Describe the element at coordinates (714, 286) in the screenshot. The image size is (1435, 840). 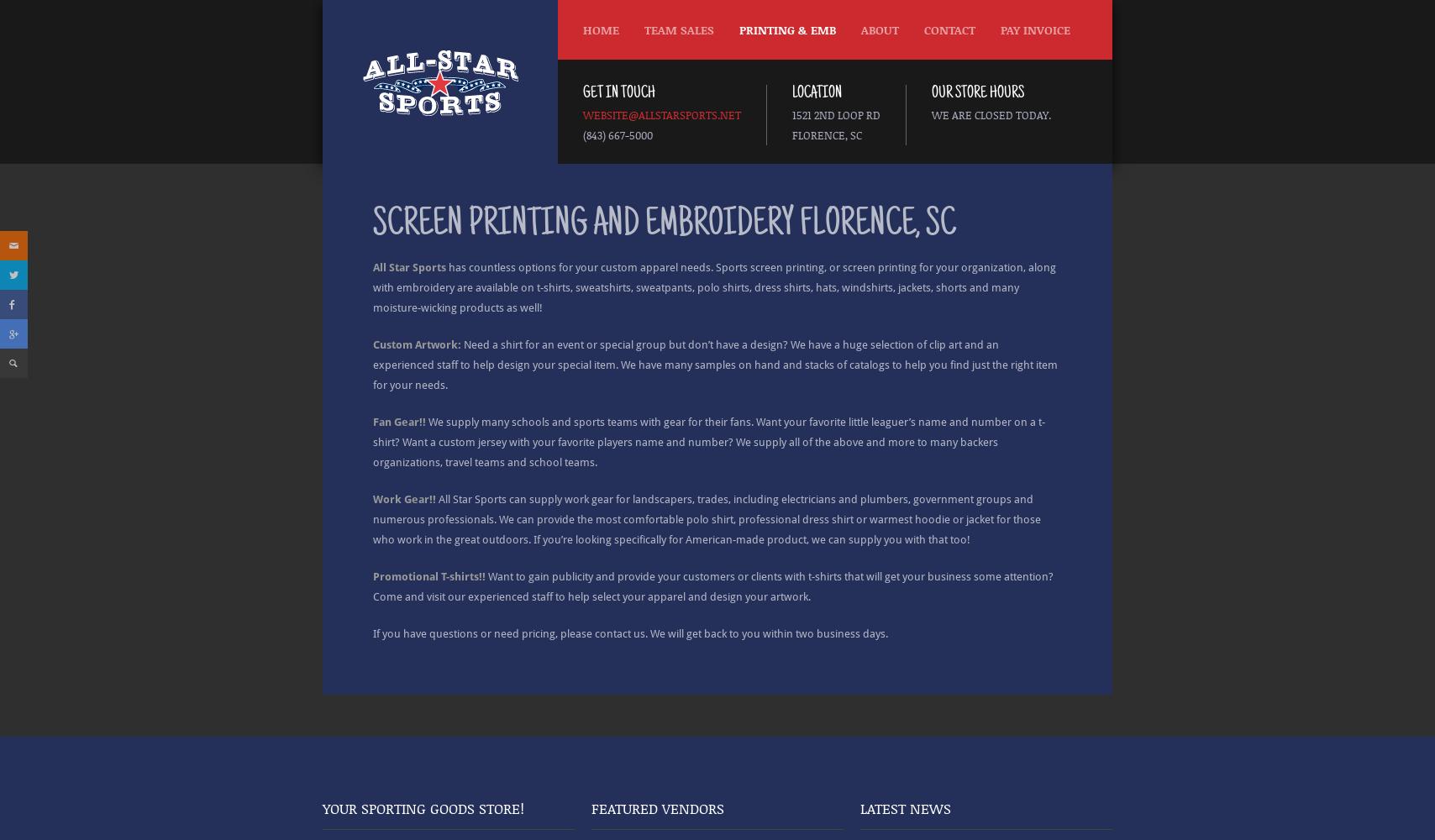
I see `'has countless options for your custom apparel needs. Sports screen printing, or screen printing for your organization, along with embroidery are available on t-shirts, sweatshirts, sweatpants, polo shirts, dress shirts, hats, windshirts, jackets, shorts and many moisture-wicking products as well!'` at that location.